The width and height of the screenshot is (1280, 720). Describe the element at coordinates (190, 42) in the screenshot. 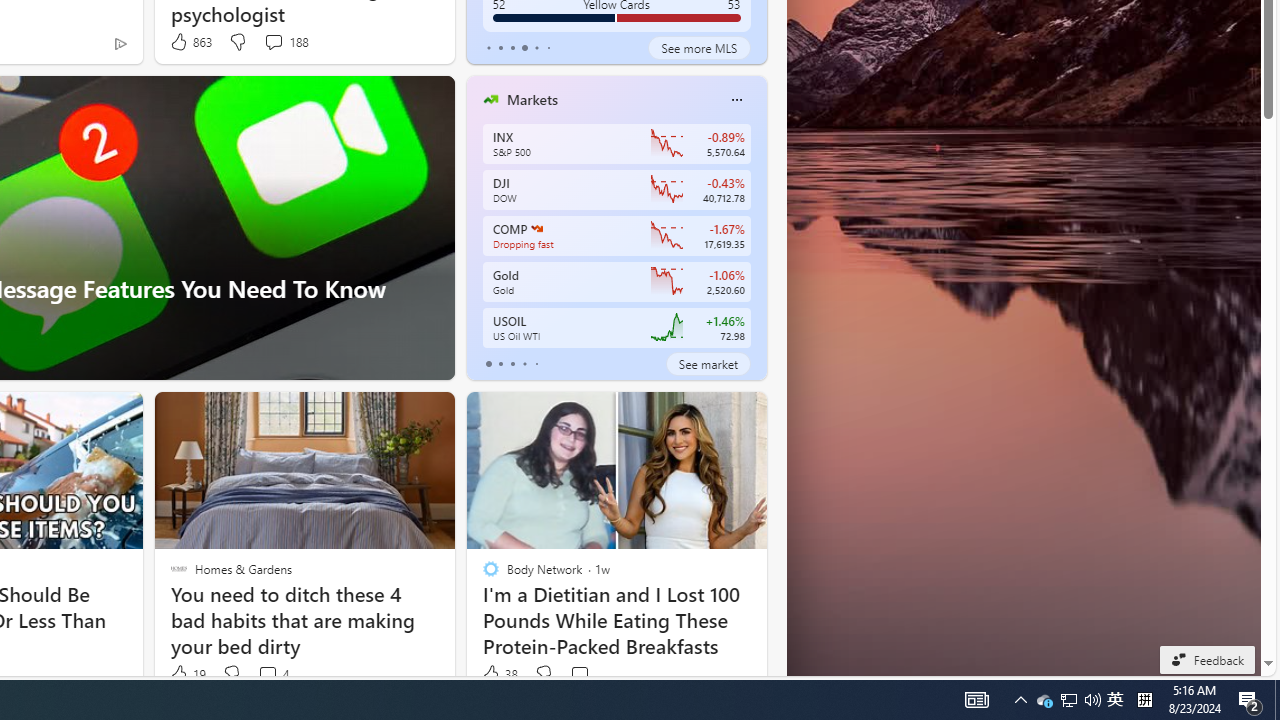

I see `'863 Like'` at that location.